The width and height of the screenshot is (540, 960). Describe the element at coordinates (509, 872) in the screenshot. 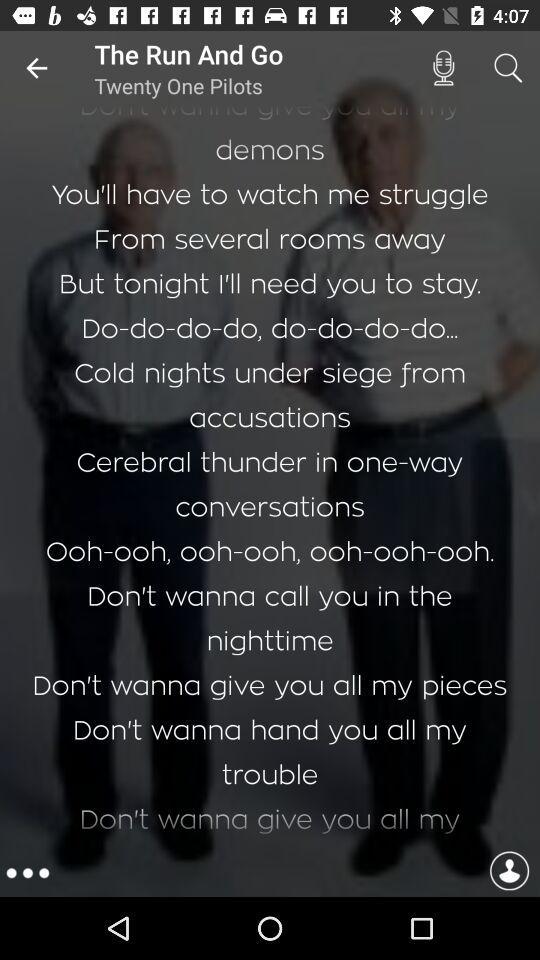

I see `the avatar icon` at that location.